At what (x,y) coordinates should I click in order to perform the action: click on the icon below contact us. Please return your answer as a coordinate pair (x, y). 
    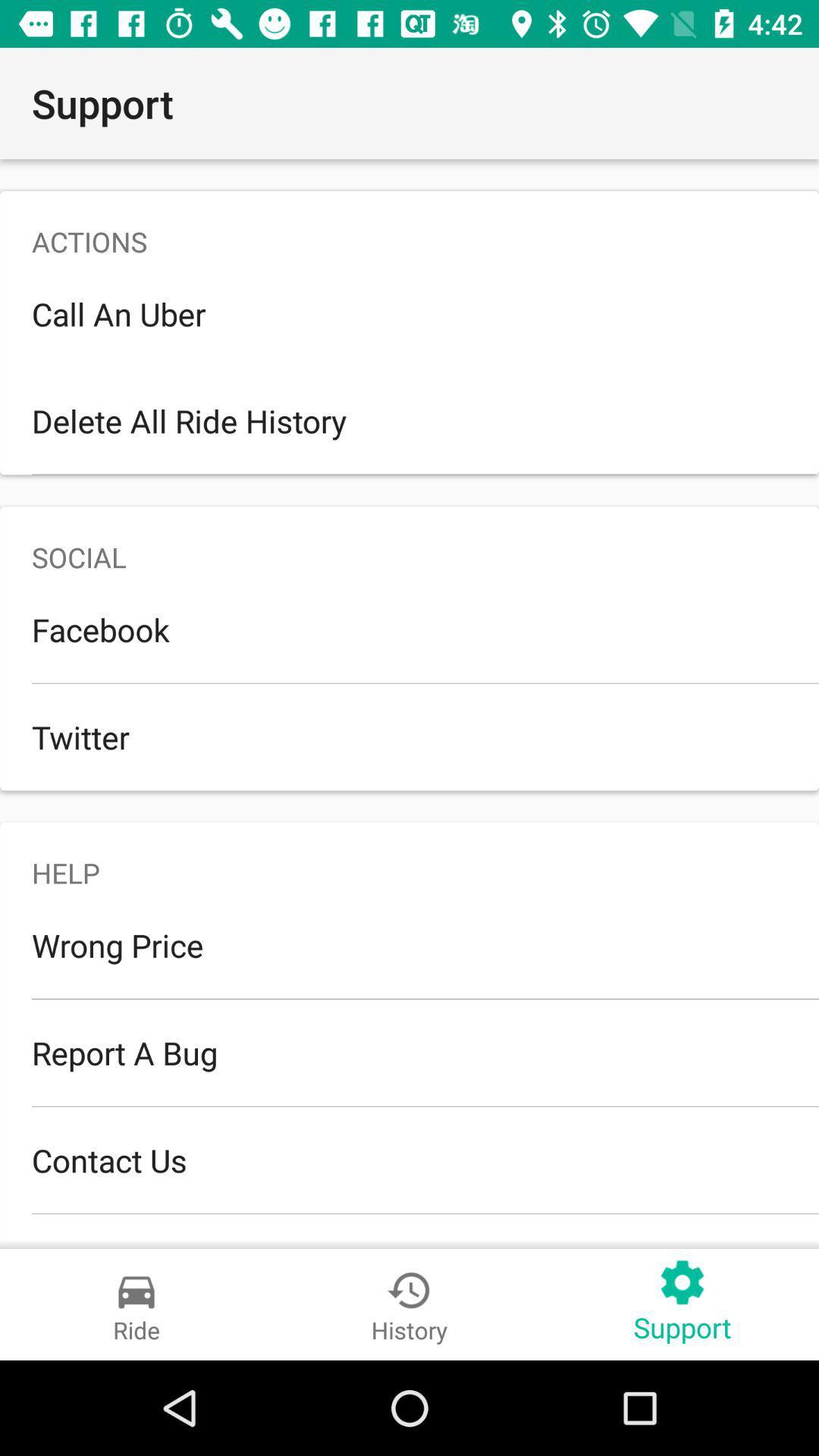
    Looking at the image, I should click on (409, 1227).